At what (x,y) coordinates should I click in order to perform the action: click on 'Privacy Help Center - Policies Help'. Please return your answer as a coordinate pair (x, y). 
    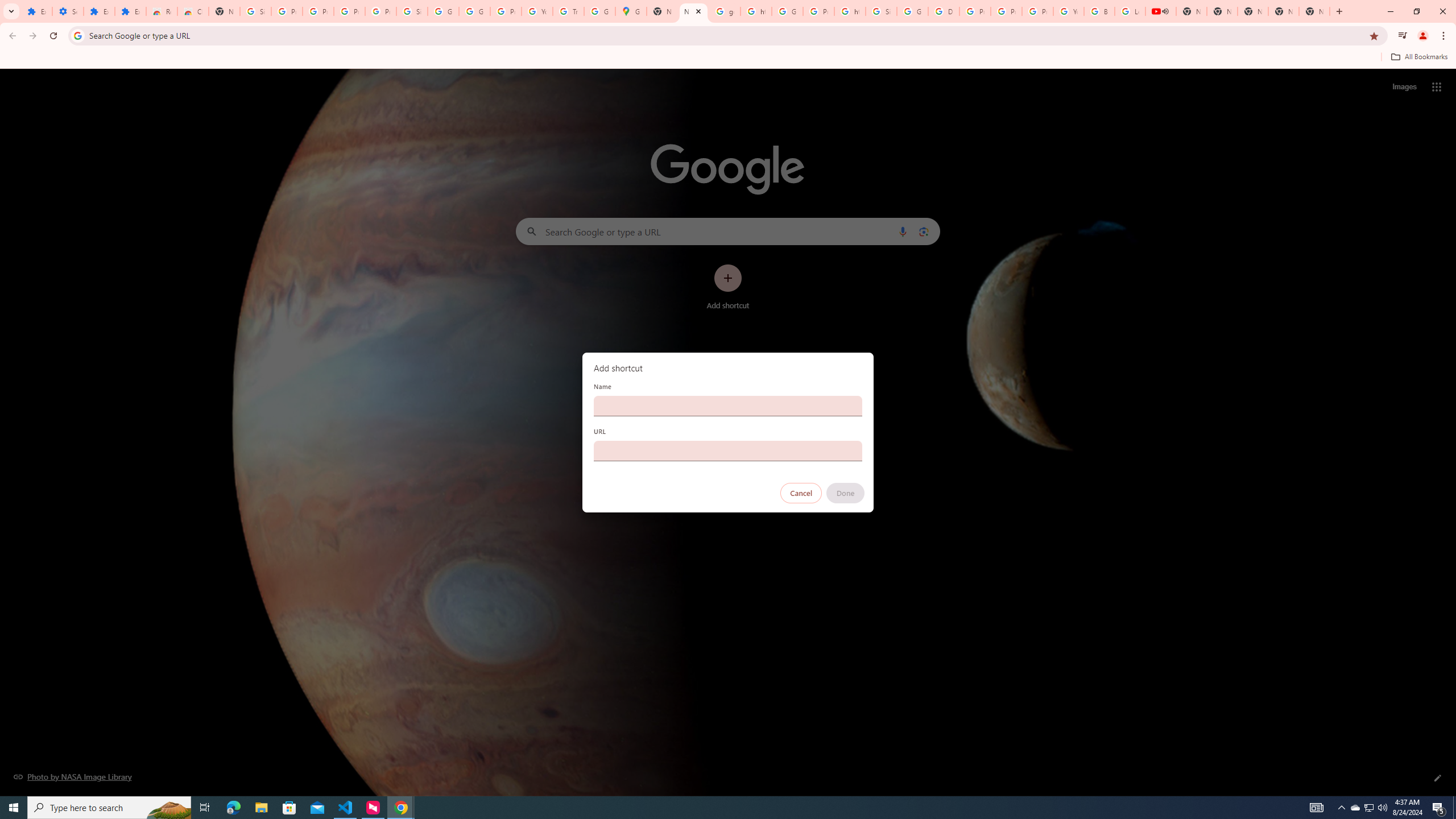
    Looking at the image, I should click on (974, 11).